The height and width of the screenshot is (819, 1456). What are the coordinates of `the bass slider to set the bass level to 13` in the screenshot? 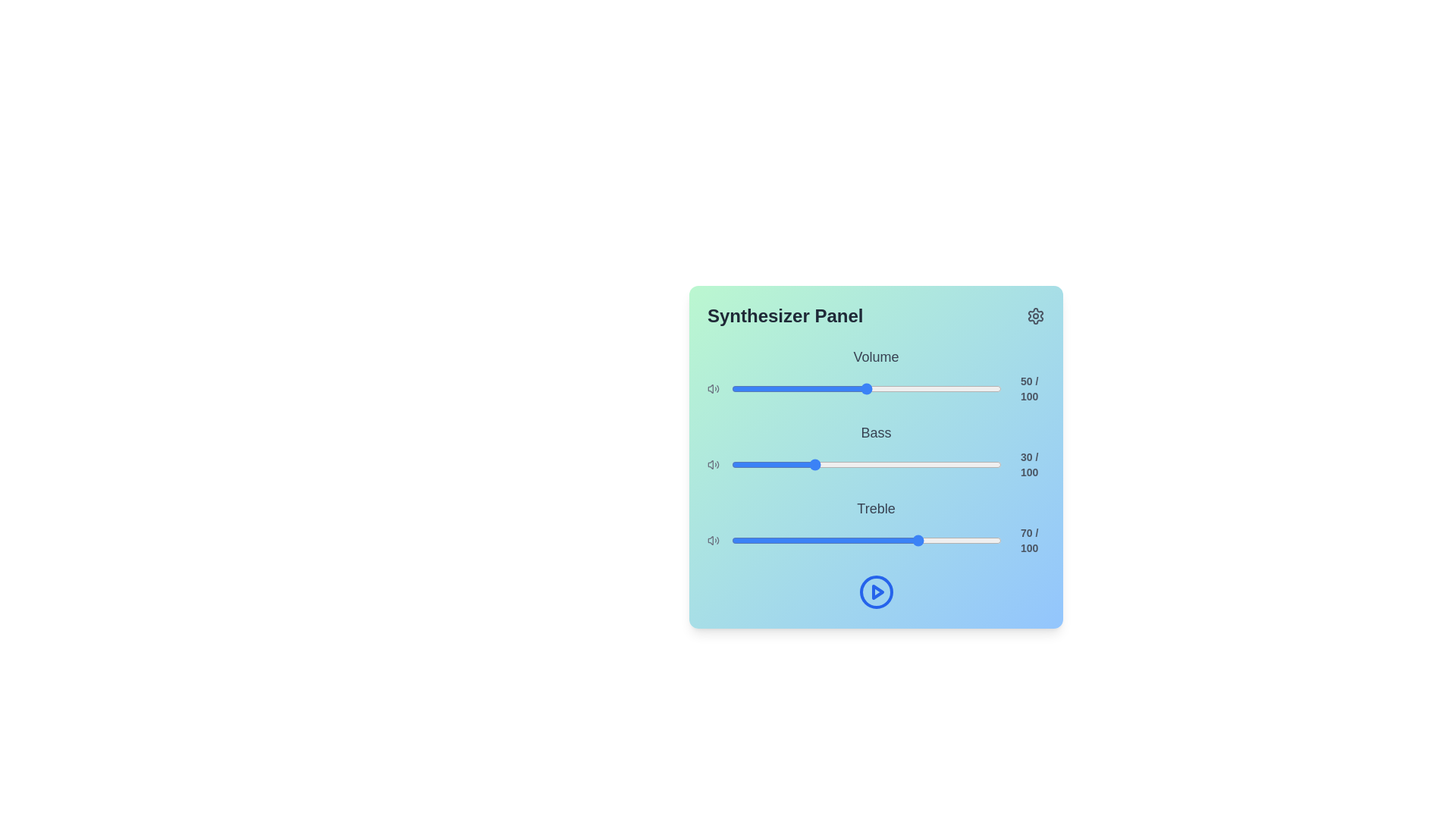 It's located at (767, 464).